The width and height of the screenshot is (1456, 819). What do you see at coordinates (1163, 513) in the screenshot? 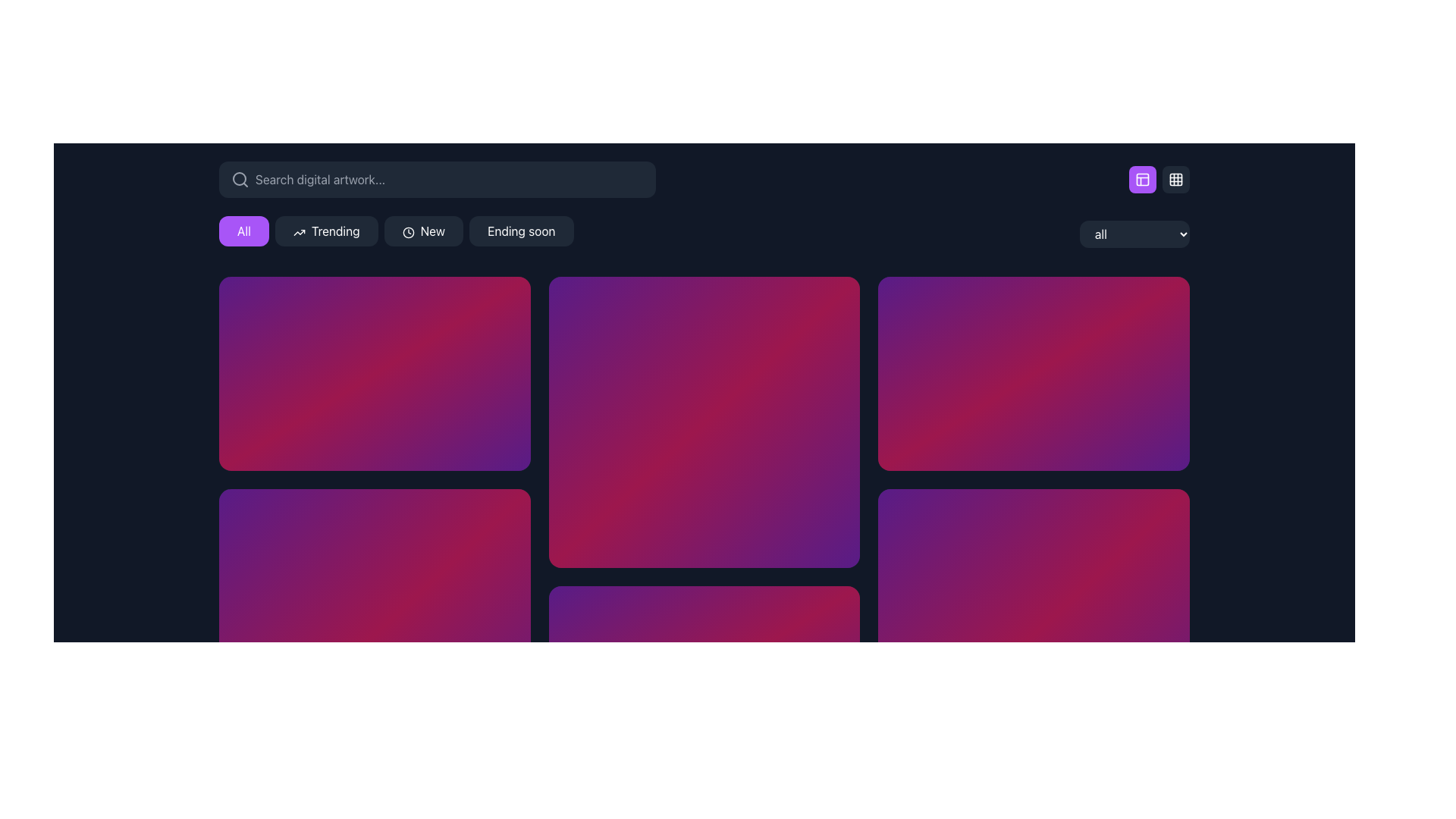
I see `the circular zoom-in button with a black semi-transparent background that contains a magnifying glass with a '+' symbol` at bounding box center [1163, 513].